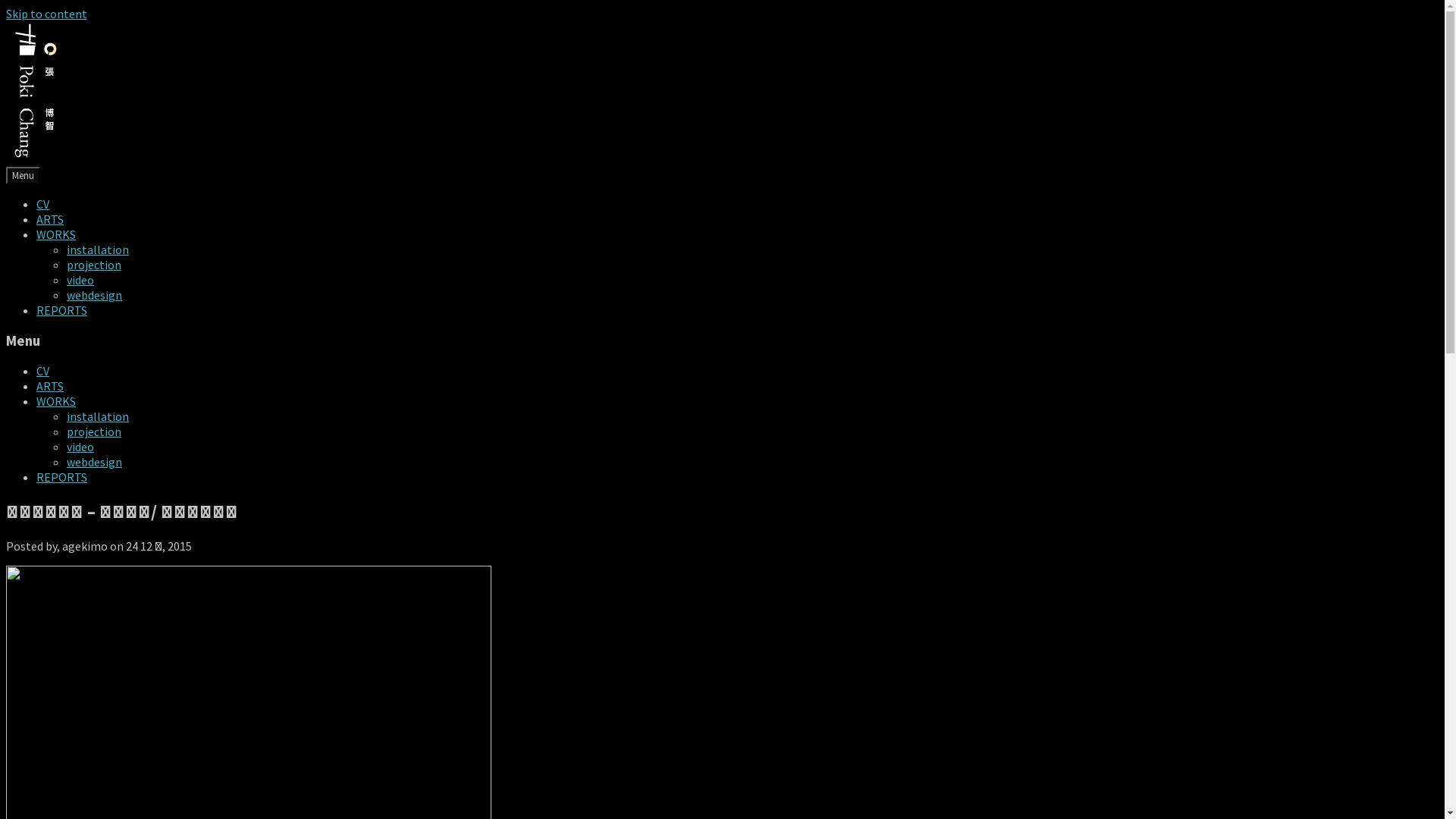  What do you see at coordinates (65, 461) in the screenshot?
I see `'webdesign'` at bounding box center [65, 461].